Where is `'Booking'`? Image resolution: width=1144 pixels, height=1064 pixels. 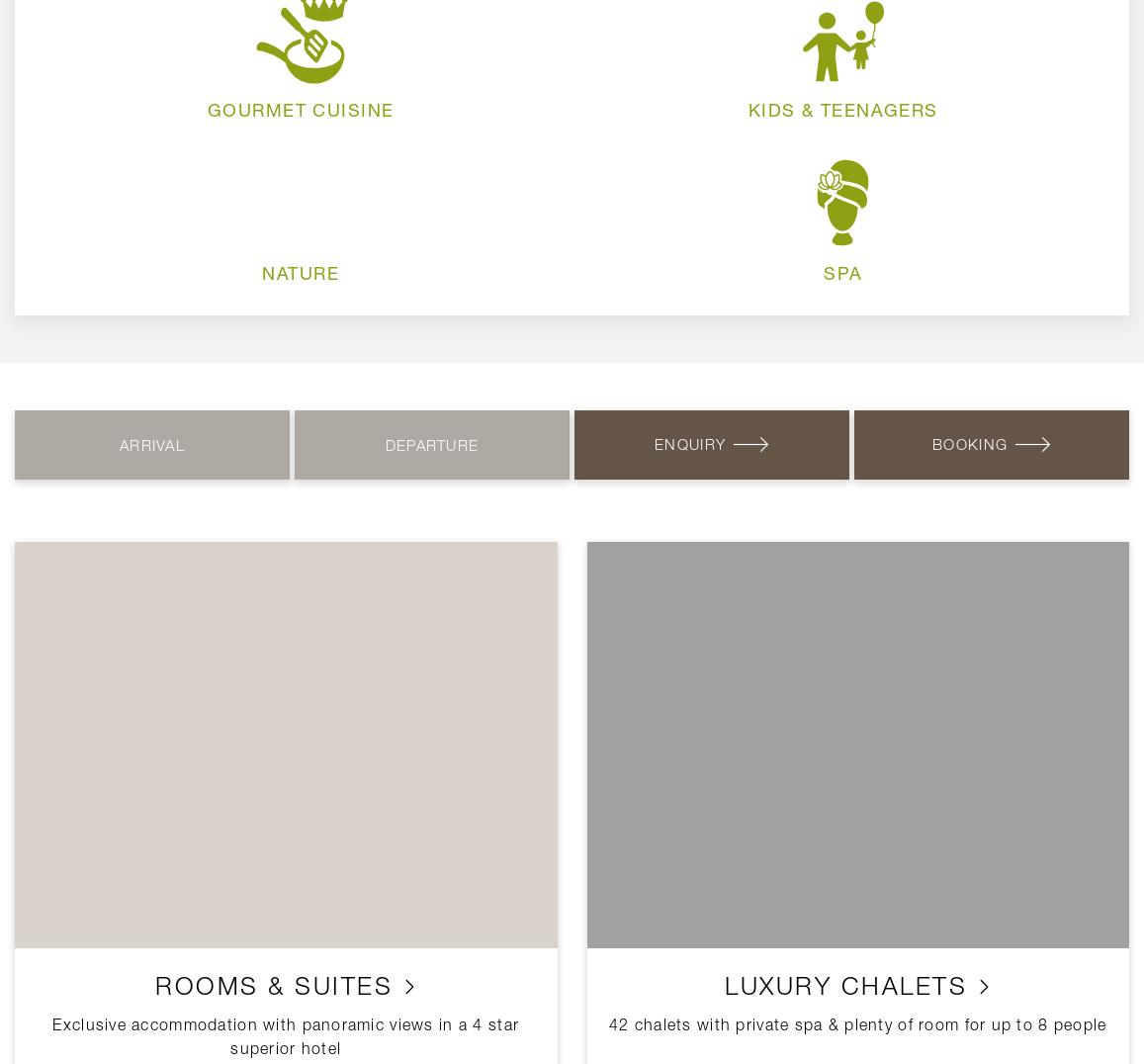 'Booking' is located at coordinates (970, 443).